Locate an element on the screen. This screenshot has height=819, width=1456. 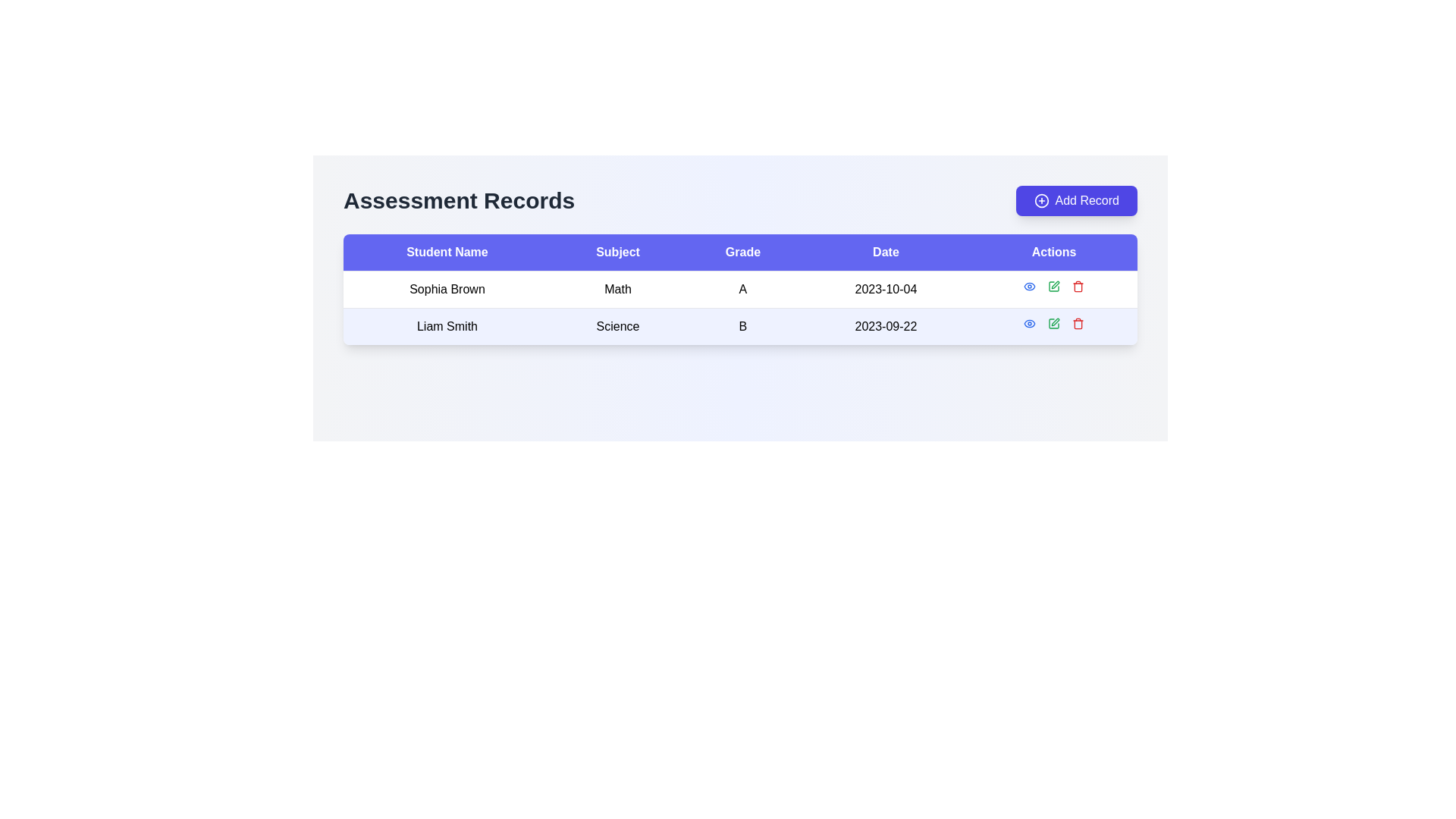
the 'Grade' label, which is a blue rectangular section with white text, located as the third item in a horizontal list of tabs between 'Subject' and 'Date' is located at coordinates (742, 252).